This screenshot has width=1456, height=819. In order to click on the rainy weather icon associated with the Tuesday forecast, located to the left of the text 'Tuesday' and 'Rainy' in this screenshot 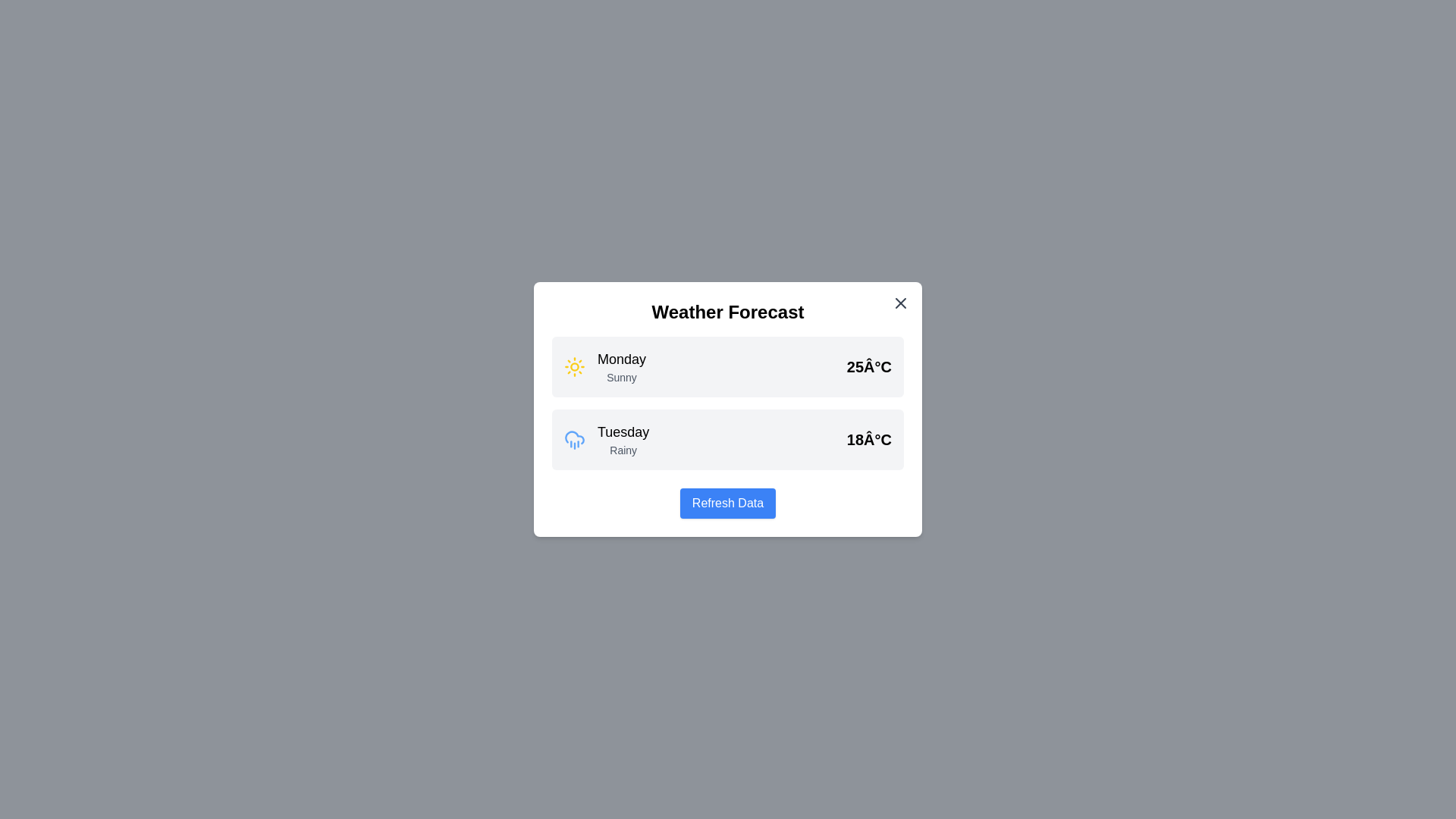, I will do `click(574, 439)`.